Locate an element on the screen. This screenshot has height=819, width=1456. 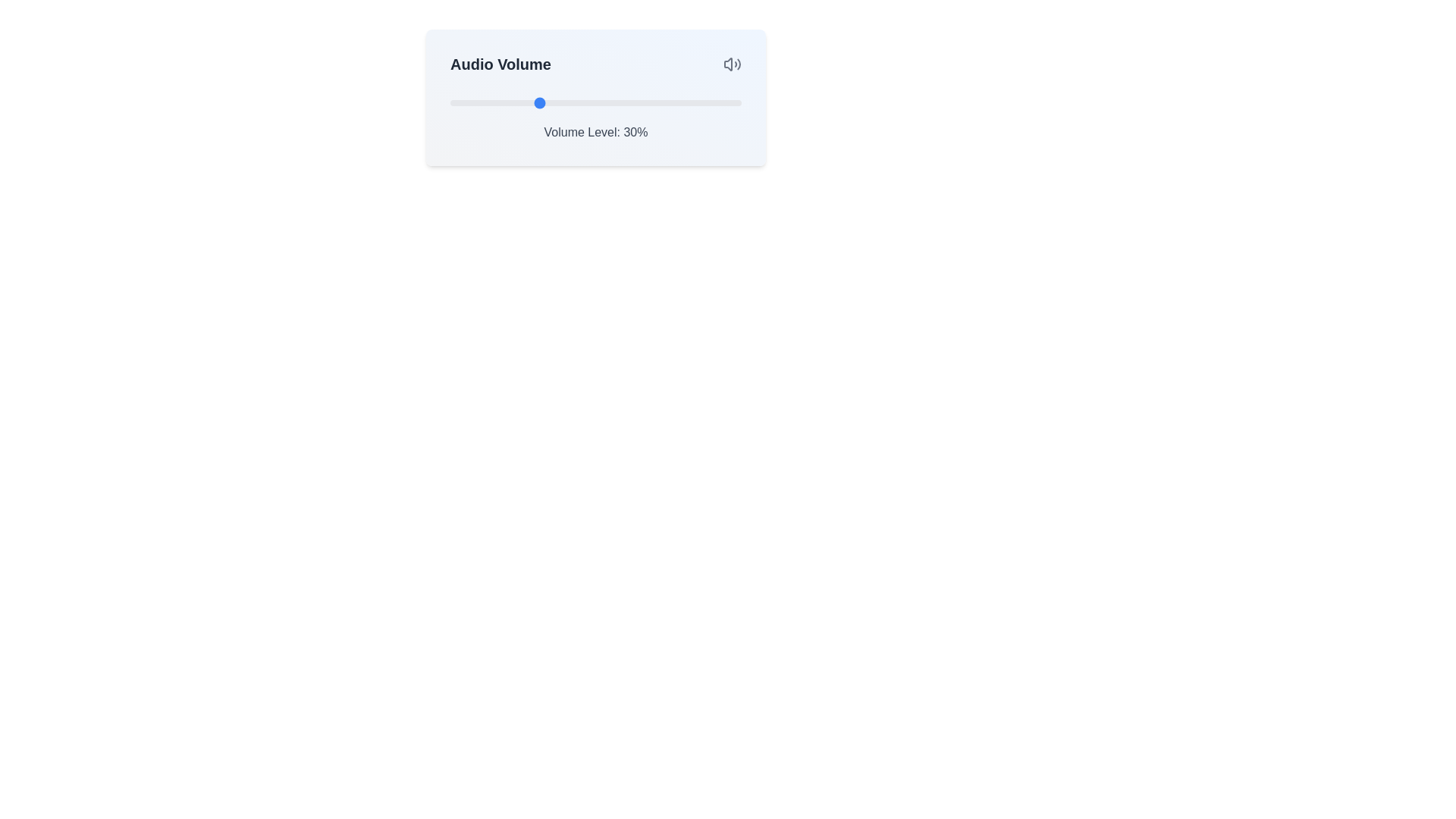
the volume level is located at coordinates (604, 102).